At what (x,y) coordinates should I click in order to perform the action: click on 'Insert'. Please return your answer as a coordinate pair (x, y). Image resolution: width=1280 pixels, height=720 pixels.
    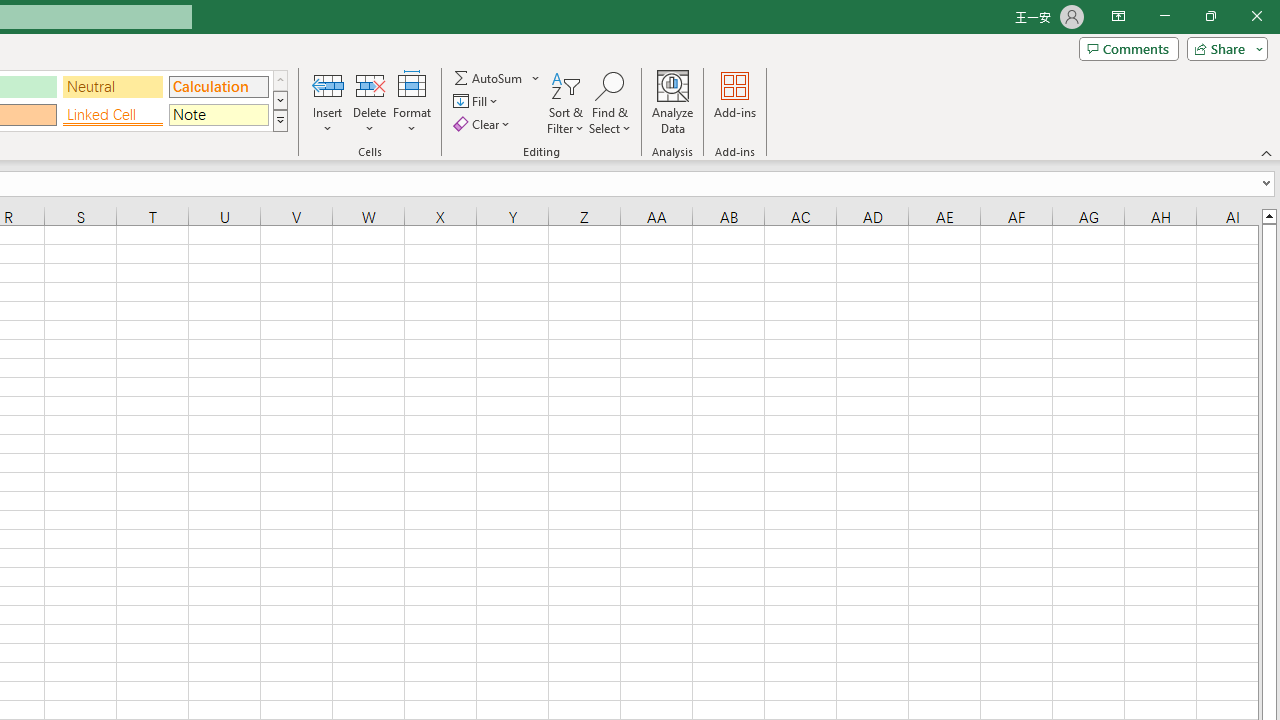
    Looking at the image, I should click on (328, 103).